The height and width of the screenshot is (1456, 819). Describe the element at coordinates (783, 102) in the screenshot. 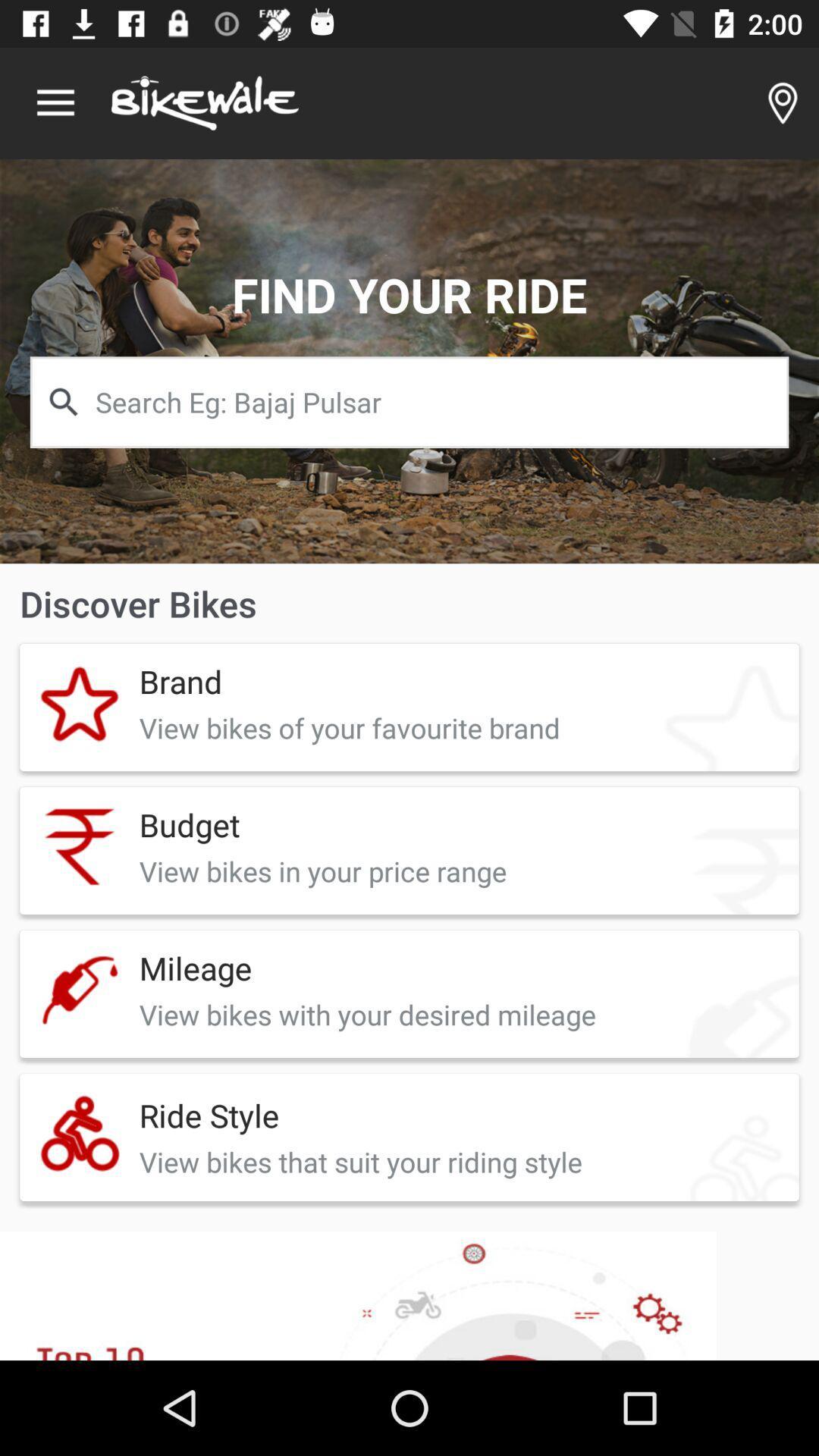

I see `item at the top right corner` at that location.